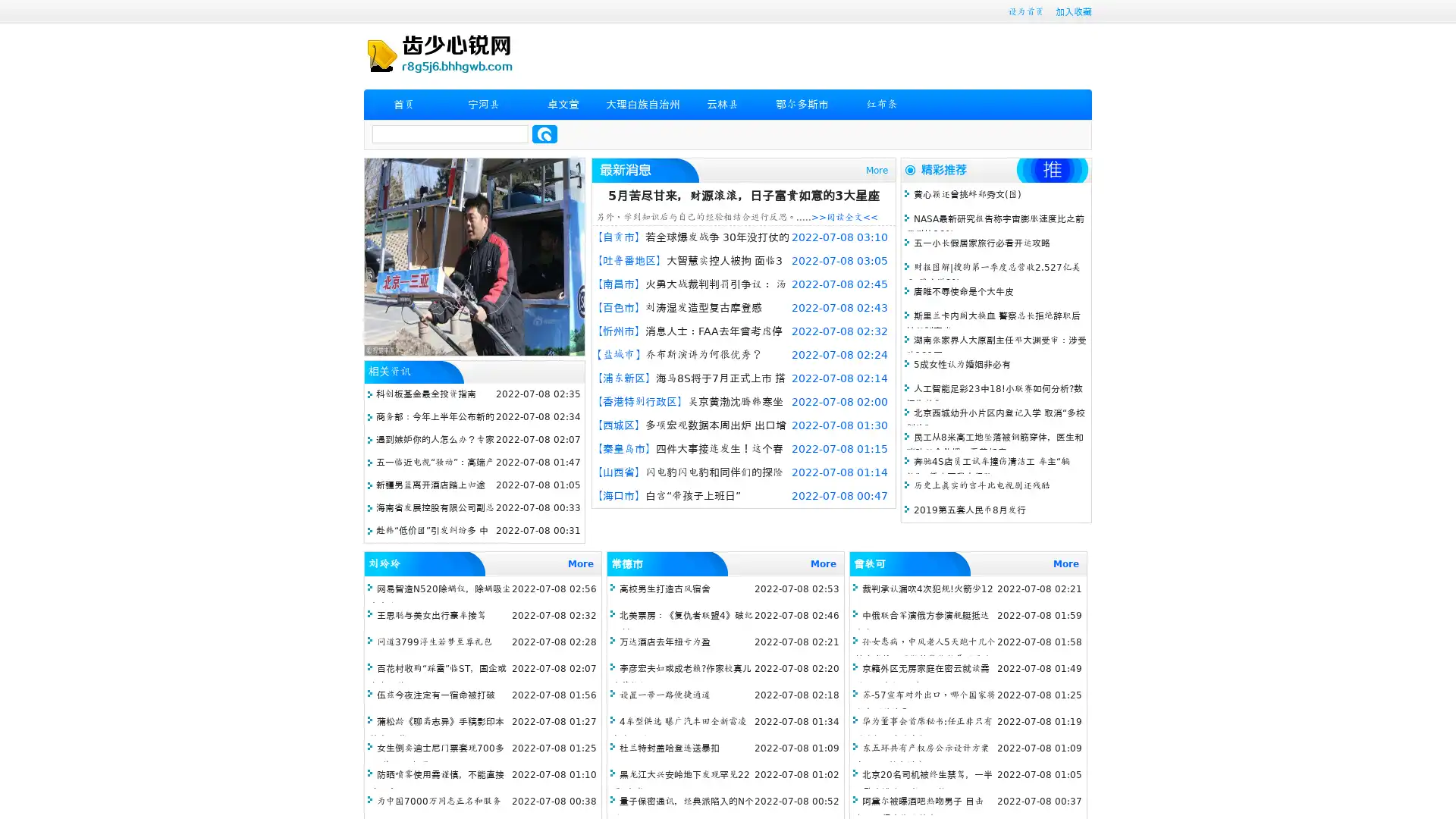  I want to click on Search, so click(544, 133).